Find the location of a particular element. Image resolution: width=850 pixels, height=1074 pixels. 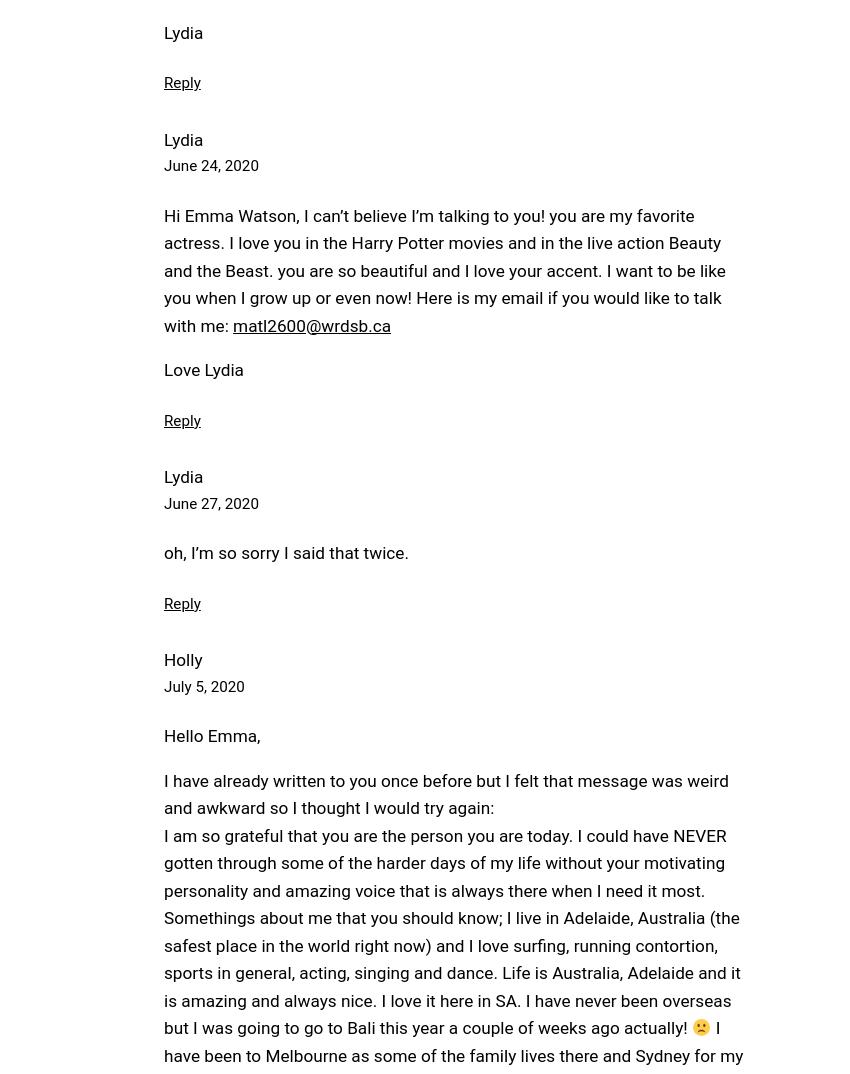

'I am so grateful that you are the person you are today. I could have NEVER gotten through some of the harder days of my life without your motivating personality and amazing voice that is always there when I need it most.' is located at coordinates (443, 861).